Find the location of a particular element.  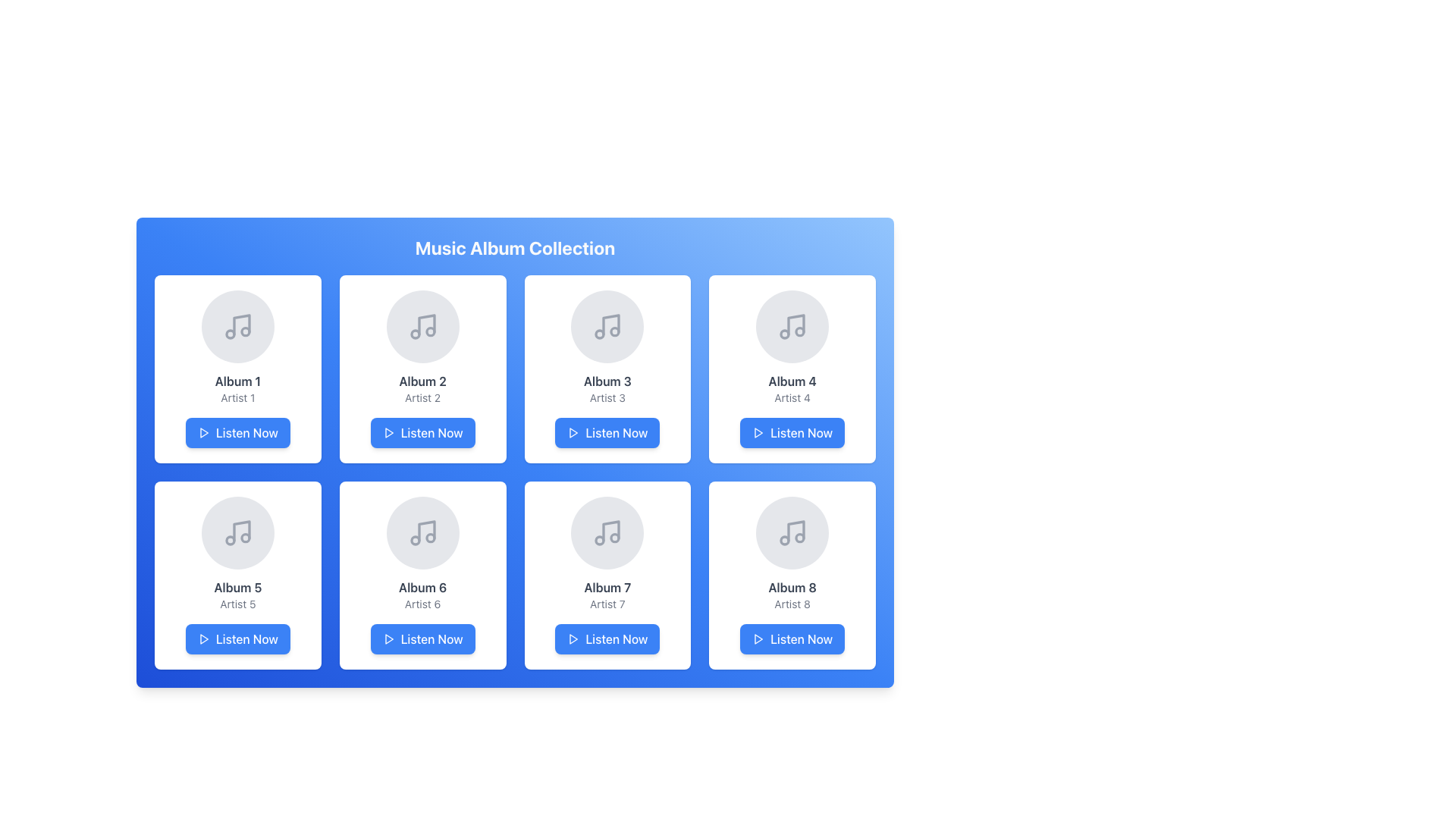

the musical note icon displayed in gray color within the circular light gray background, located in the bottom-right corner of the 'Album 8' card is located at coordinates (792, 532).